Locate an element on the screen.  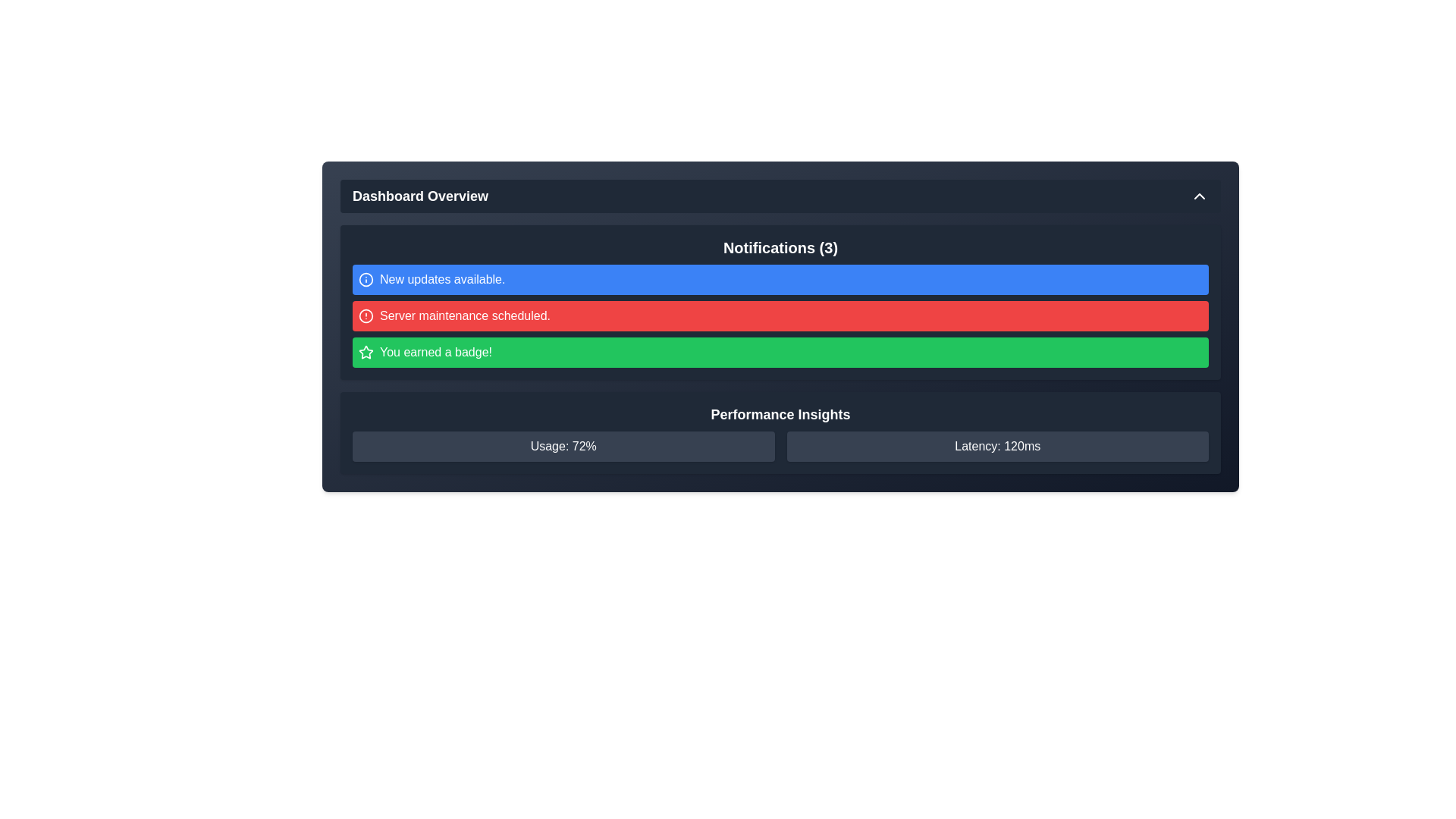
the toggle icon located in the top-right corner of the 'Dashboard Overview' header is located at coordinates (1199, 195).